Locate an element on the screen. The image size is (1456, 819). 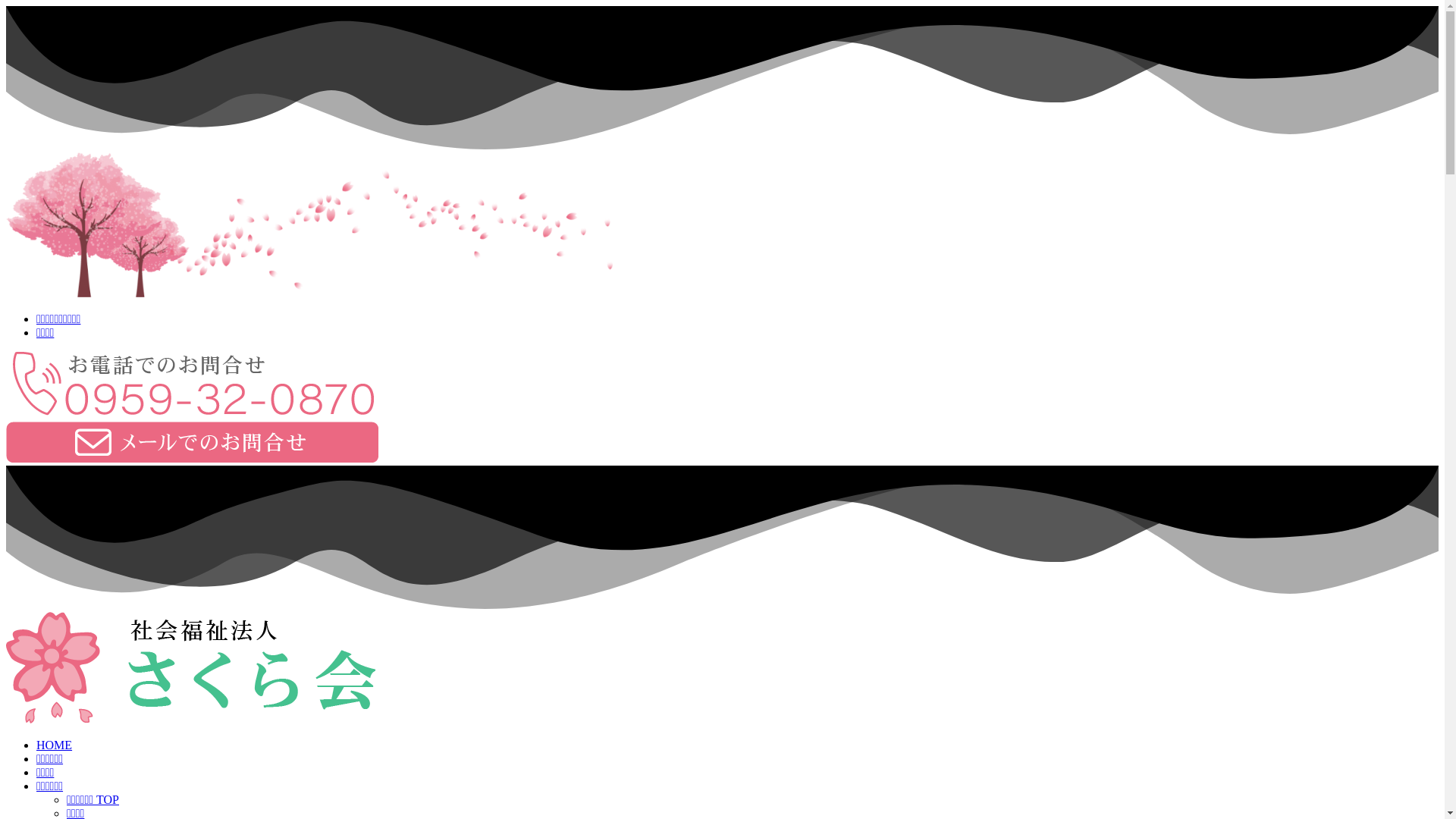
'HOME' is located at coordinates (54, 744).